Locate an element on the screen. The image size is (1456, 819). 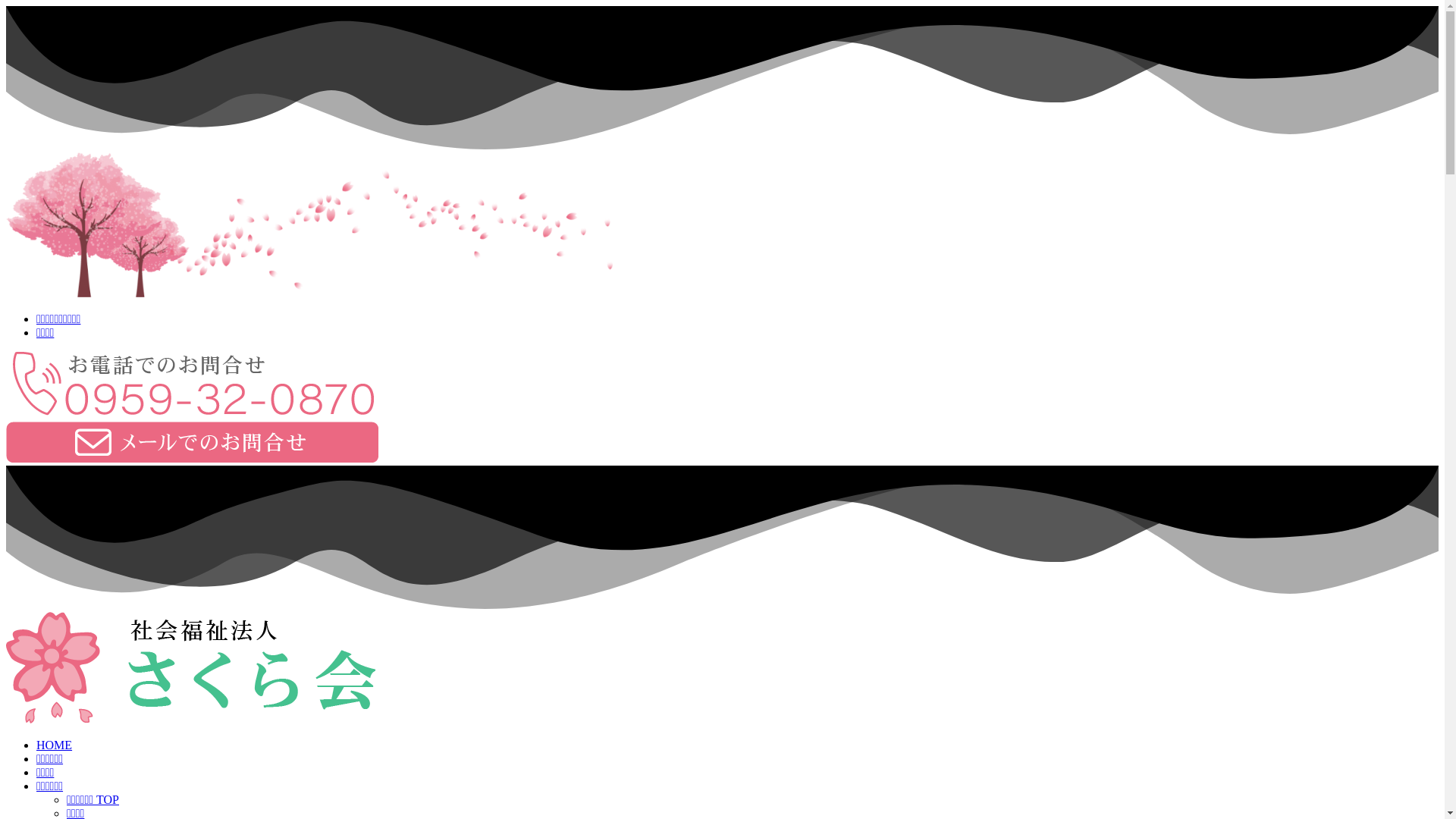
'HOME' is located at coordinates (54, 744).